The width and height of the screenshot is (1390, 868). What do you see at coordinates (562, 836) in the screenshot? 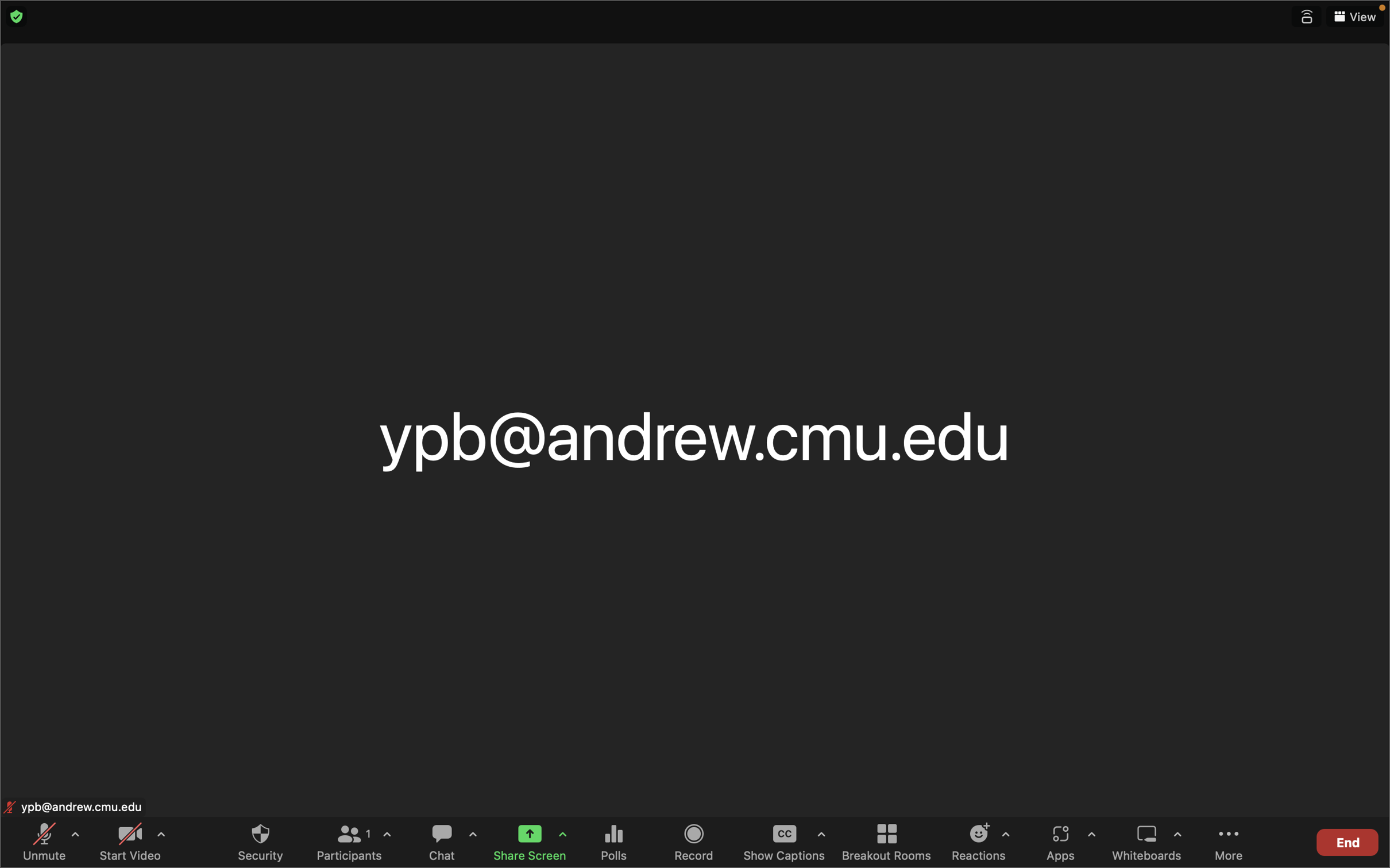
I see `screen sharing choices` at bounding box center [562, 836].